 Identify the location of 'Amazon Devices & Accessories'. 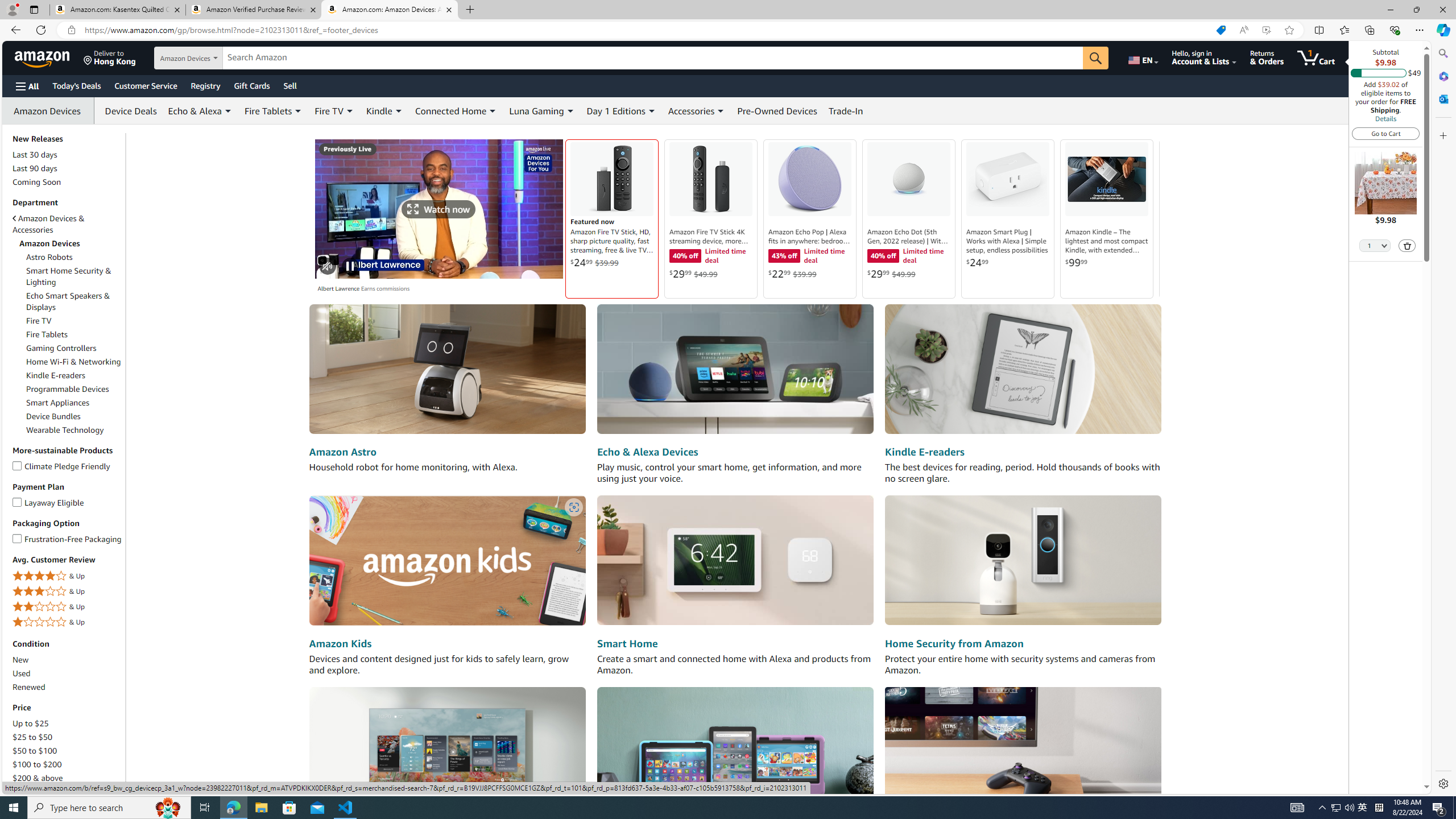
(67, 224).